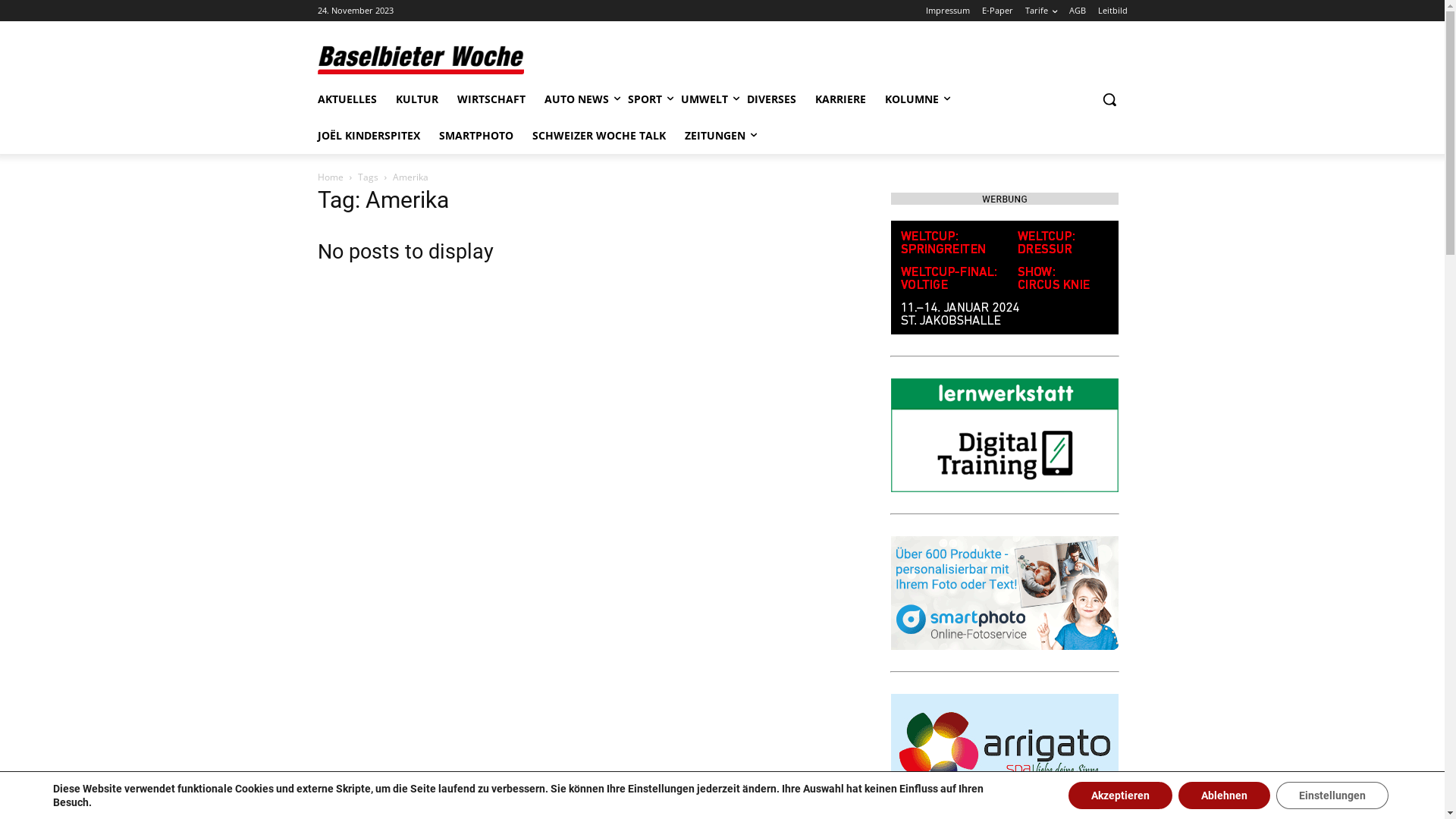 This screenshot has height=819, width=1456. What do you see at coordinates (598, 134) in the screenshot?
I see `'SCHWEIZER WOCHE TALK'` at bounding box center [598, 134].